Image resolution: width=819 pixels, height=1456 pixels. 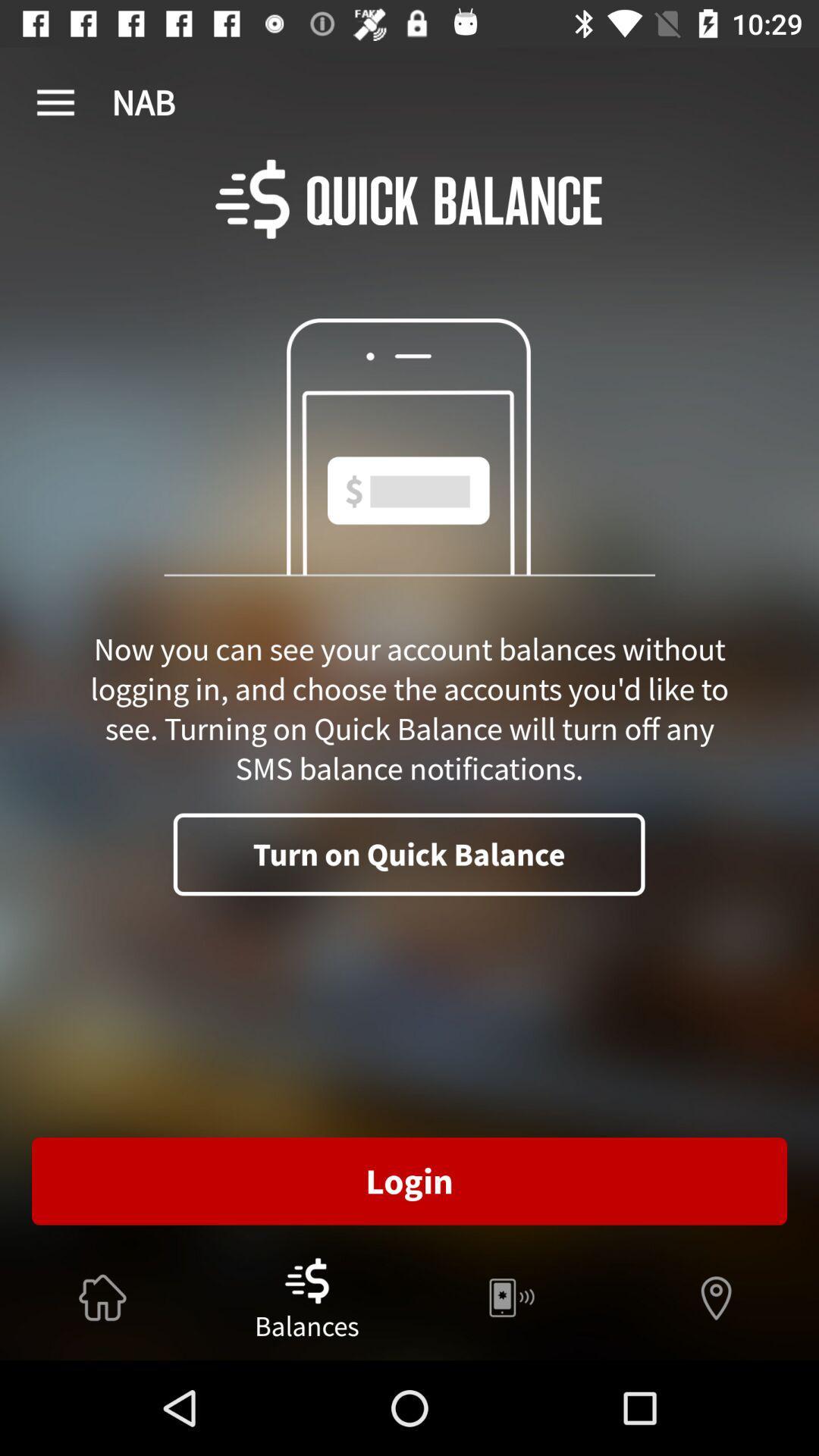 What do you see at coordinates (55, 102) in the screenshot?
I see `item above now you can` at bounding box center [55, 102].